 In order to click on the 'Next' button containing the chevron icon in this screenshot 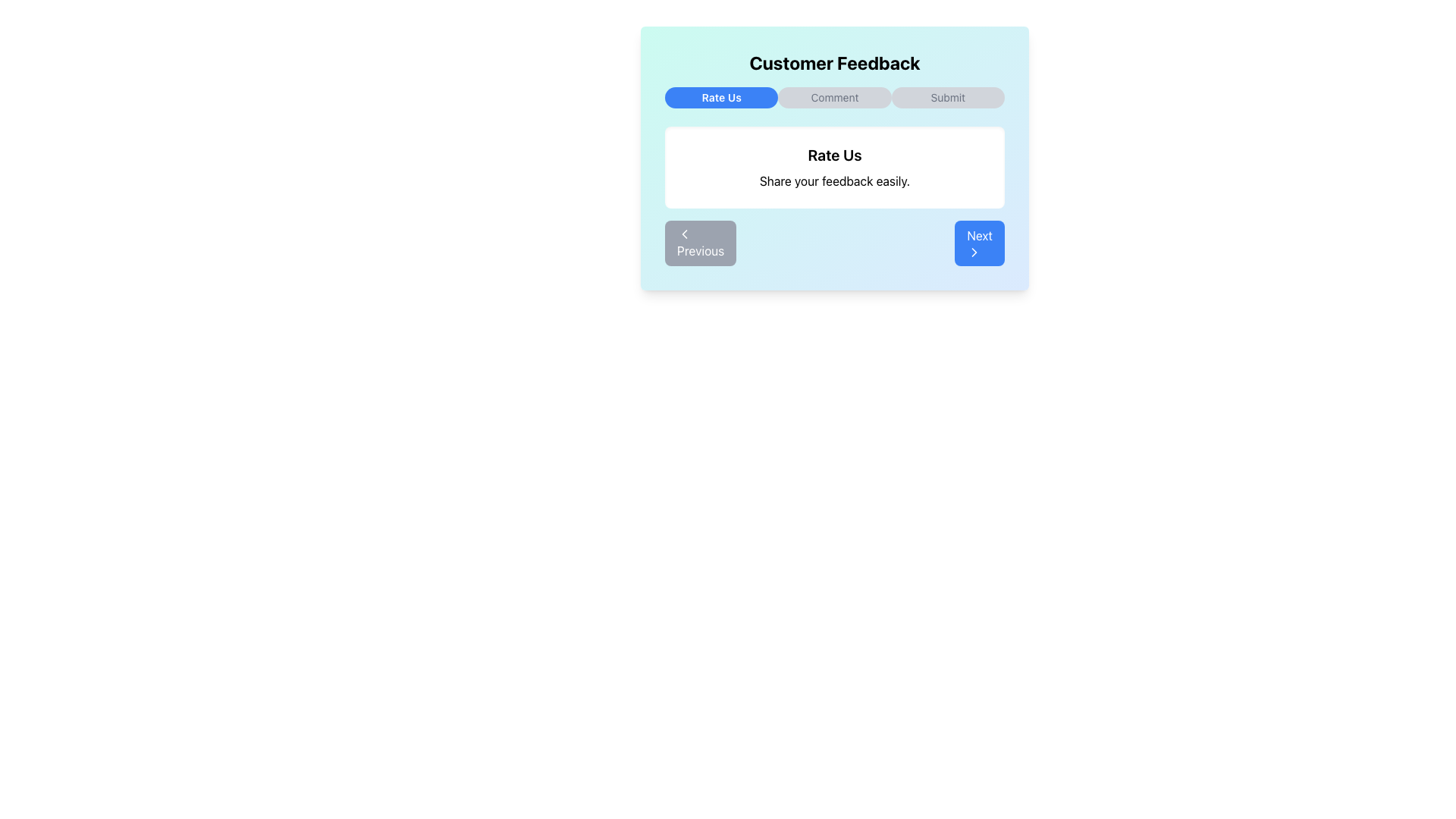, I will do `click(974, 251)`.